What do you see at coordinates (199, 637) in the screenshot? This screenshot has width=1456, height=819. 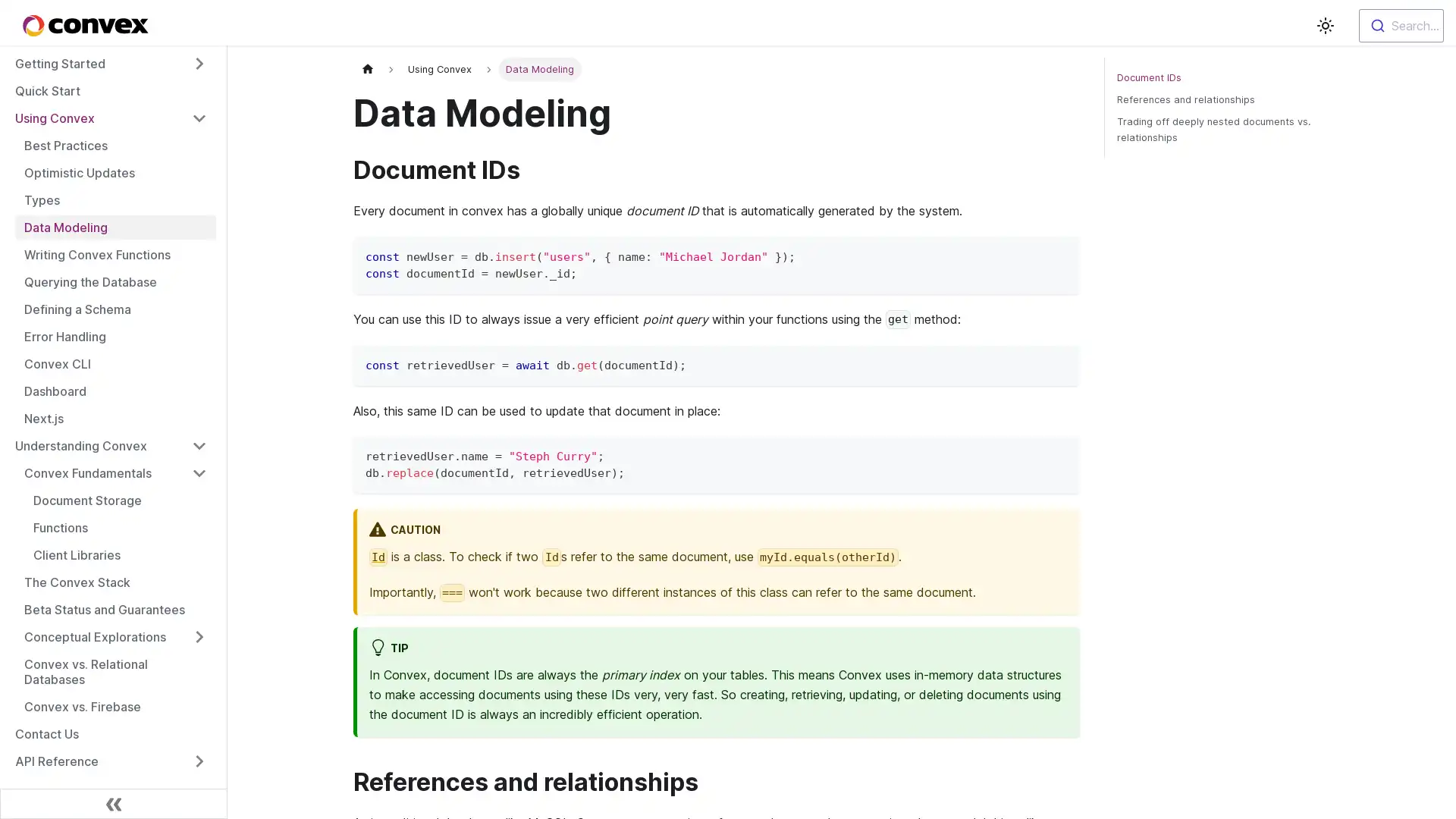 I see `Toggle the collapsible sidebar category 'Conceptual Explorations'` at bounding box center [199, 637].